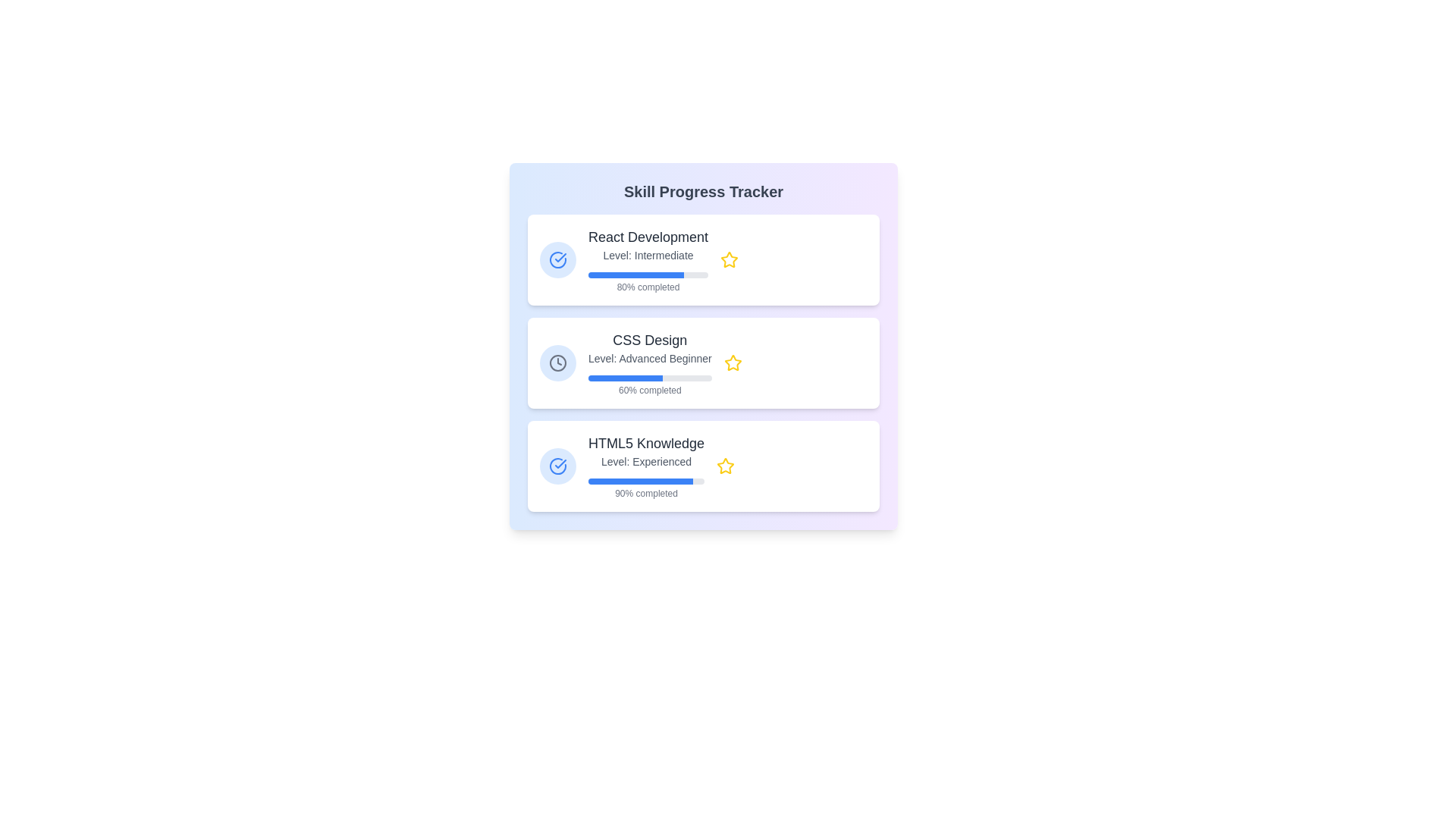 This screenshot has width=1456, height=819. What do you see at coordinates (646, 444) in the screenshot?
I see `the static text label displaying 'HTML5 Knowledge', which is styled in a bold, large dark gray font and positioned at the top-left corner of the third section of a vertical list` at bounding box center [646, 444].